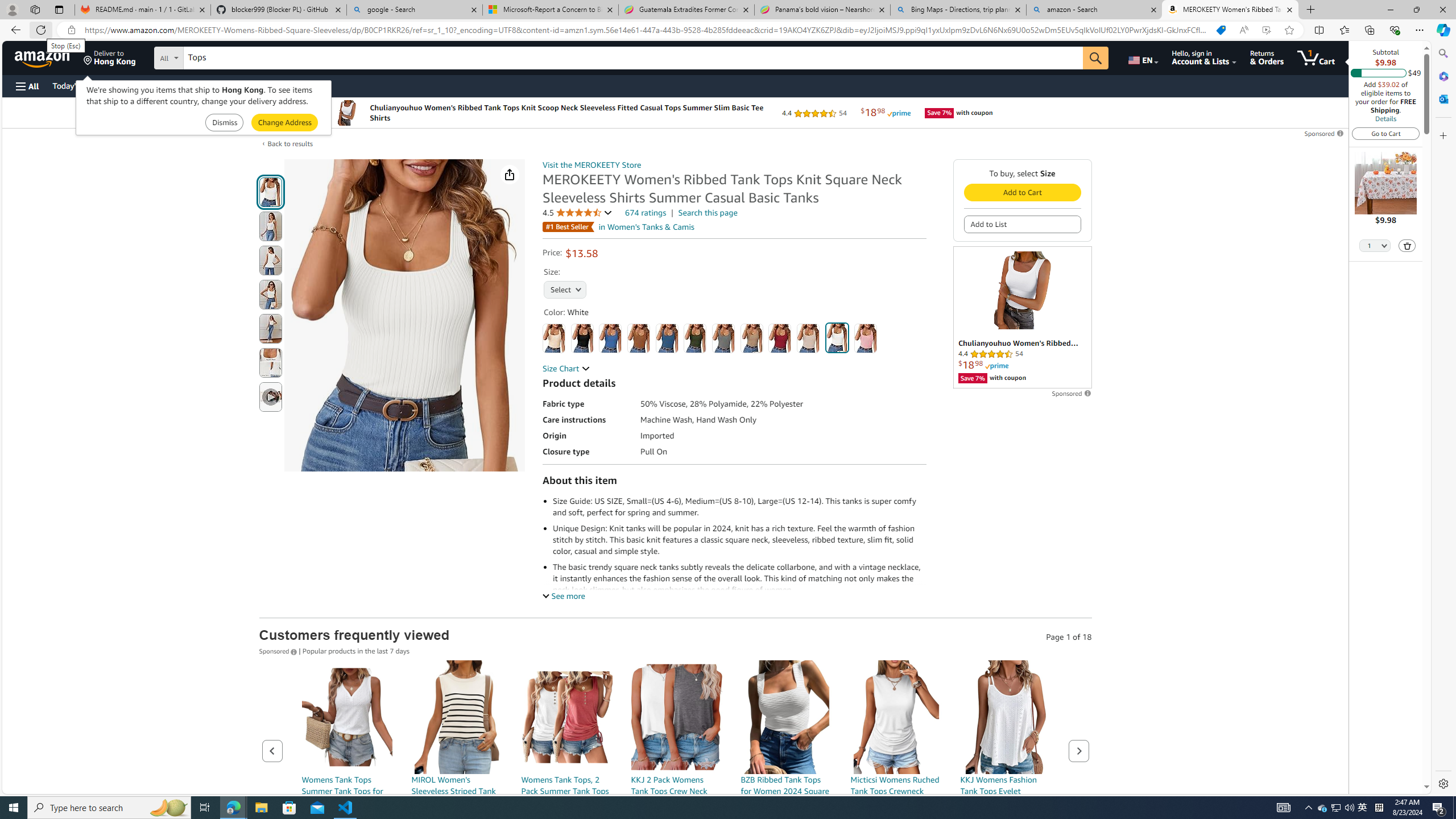 This screenshot has width=1456, height=819. I want to click on 'Green', so click(695, 338).